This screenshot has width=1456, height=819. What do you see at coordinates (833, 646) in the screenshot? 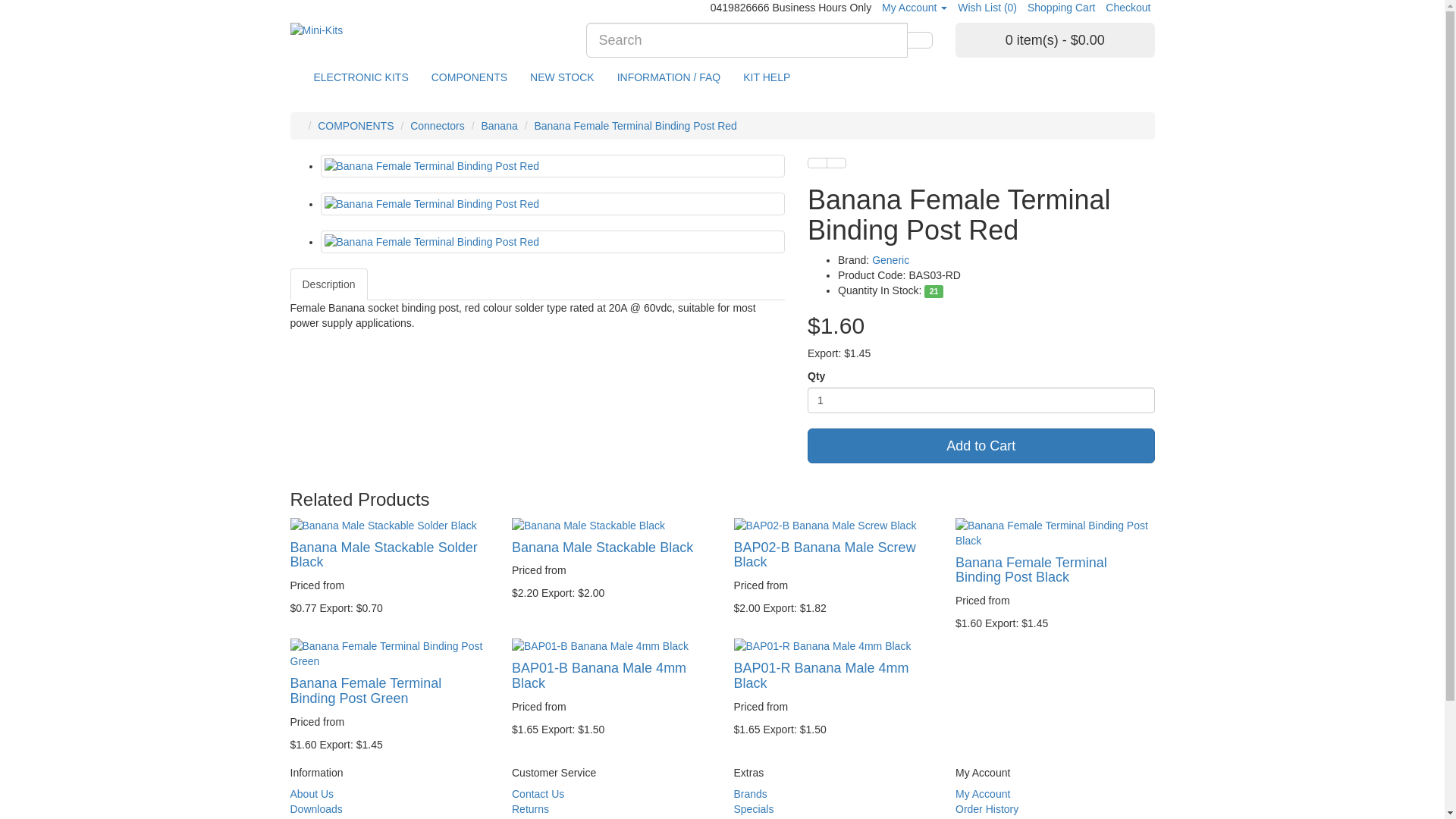
I see `'BAP01-R Banana Male 4mm Black'` at bounding box center [833, 646].